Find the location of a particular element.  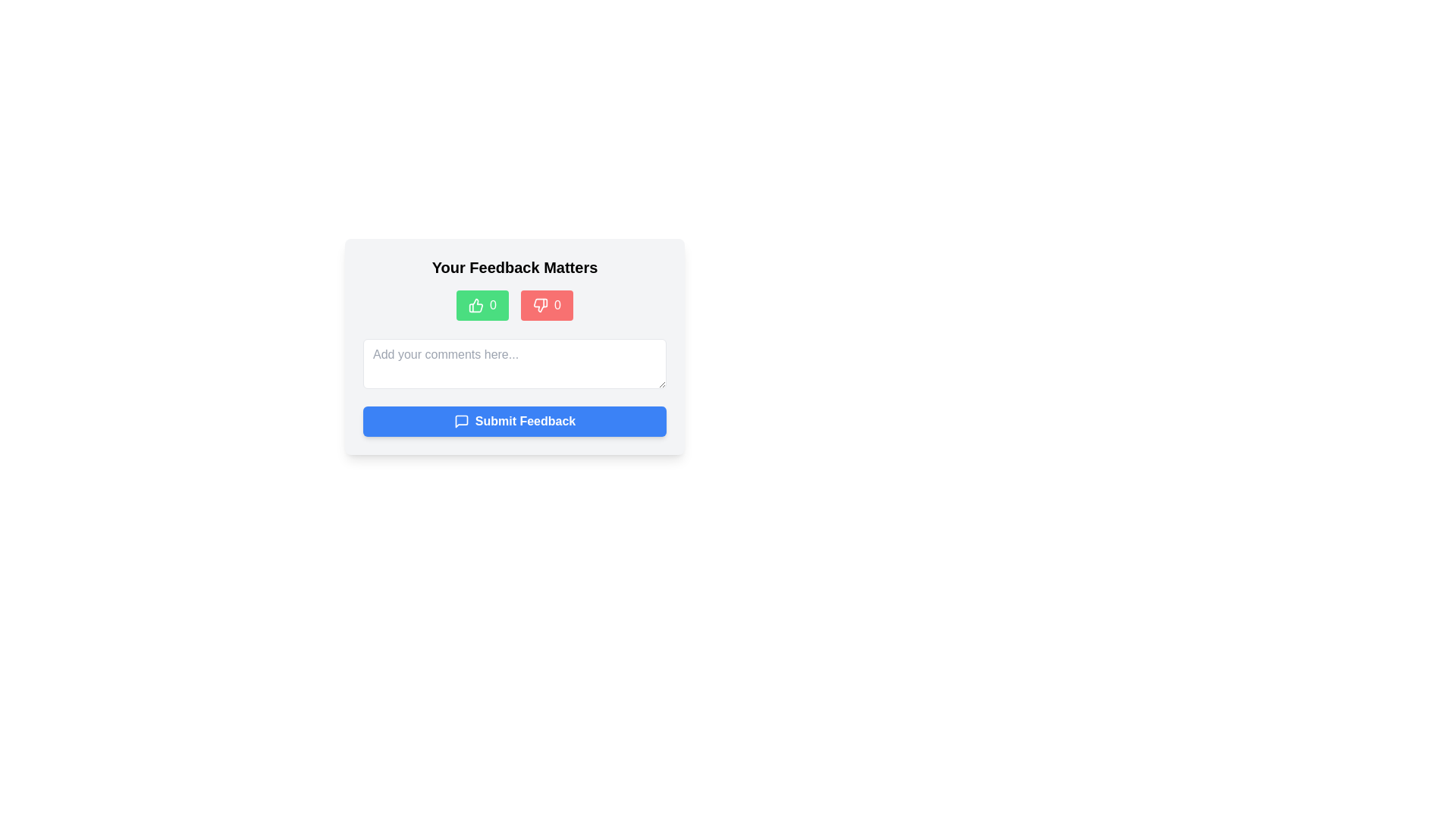

the thumbs-down icon, which is styled with a white stroke on a transparent background and positioned to the right of the thumbs-up icon within the feedback panel is located at coordinates (541, 305).